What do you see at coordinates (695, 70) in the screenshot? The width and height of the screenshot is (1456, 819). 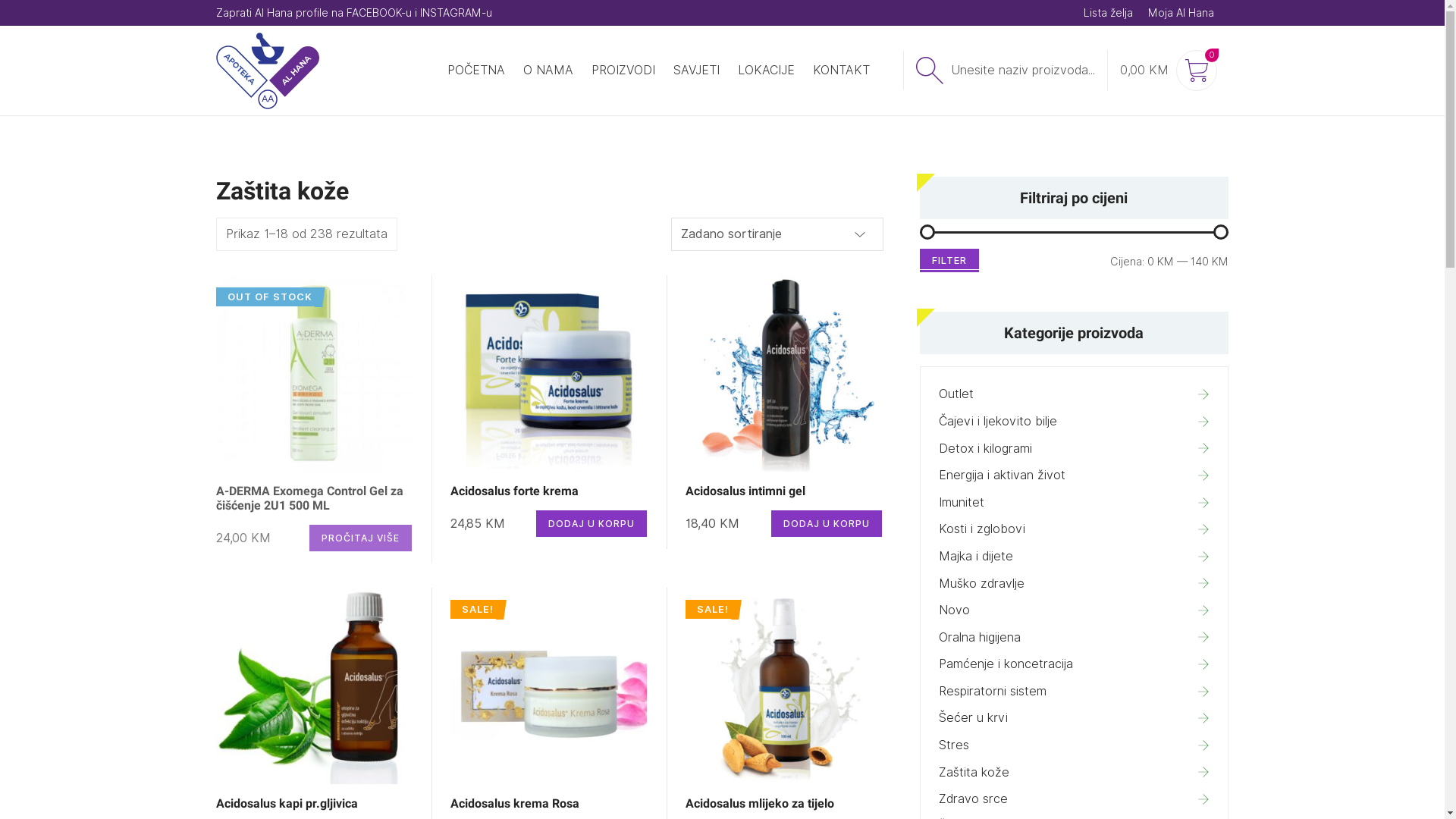 I see `'SAVJETI'` at bounding box center [695, 70].